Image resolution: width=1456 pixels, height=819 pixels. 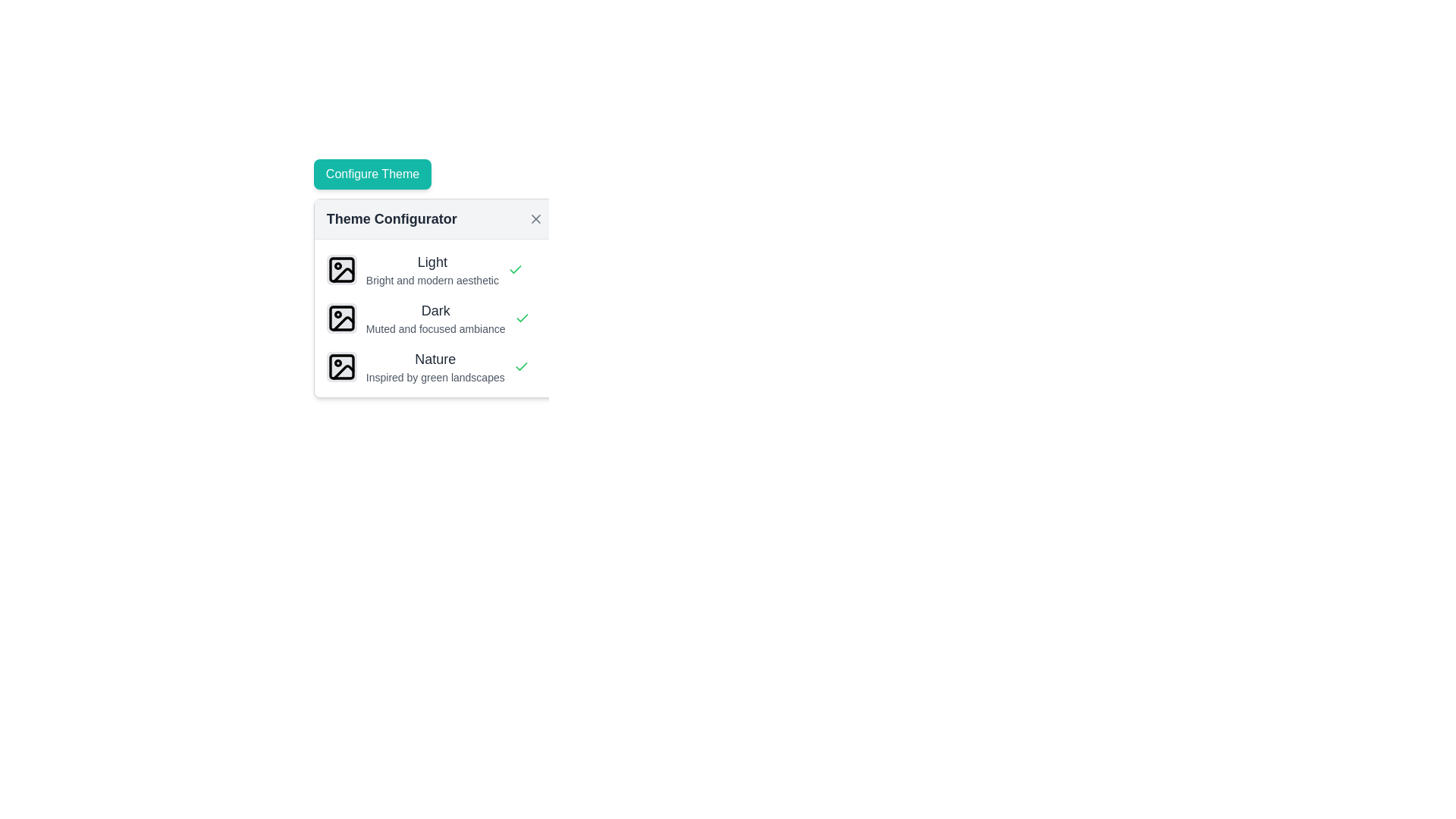 What do you see at coordinates (434, 268) in the screenshot?
I see `the first selectable list item titled 'Light' in the Theme Configurator panel` at bounding box center [434, 268].